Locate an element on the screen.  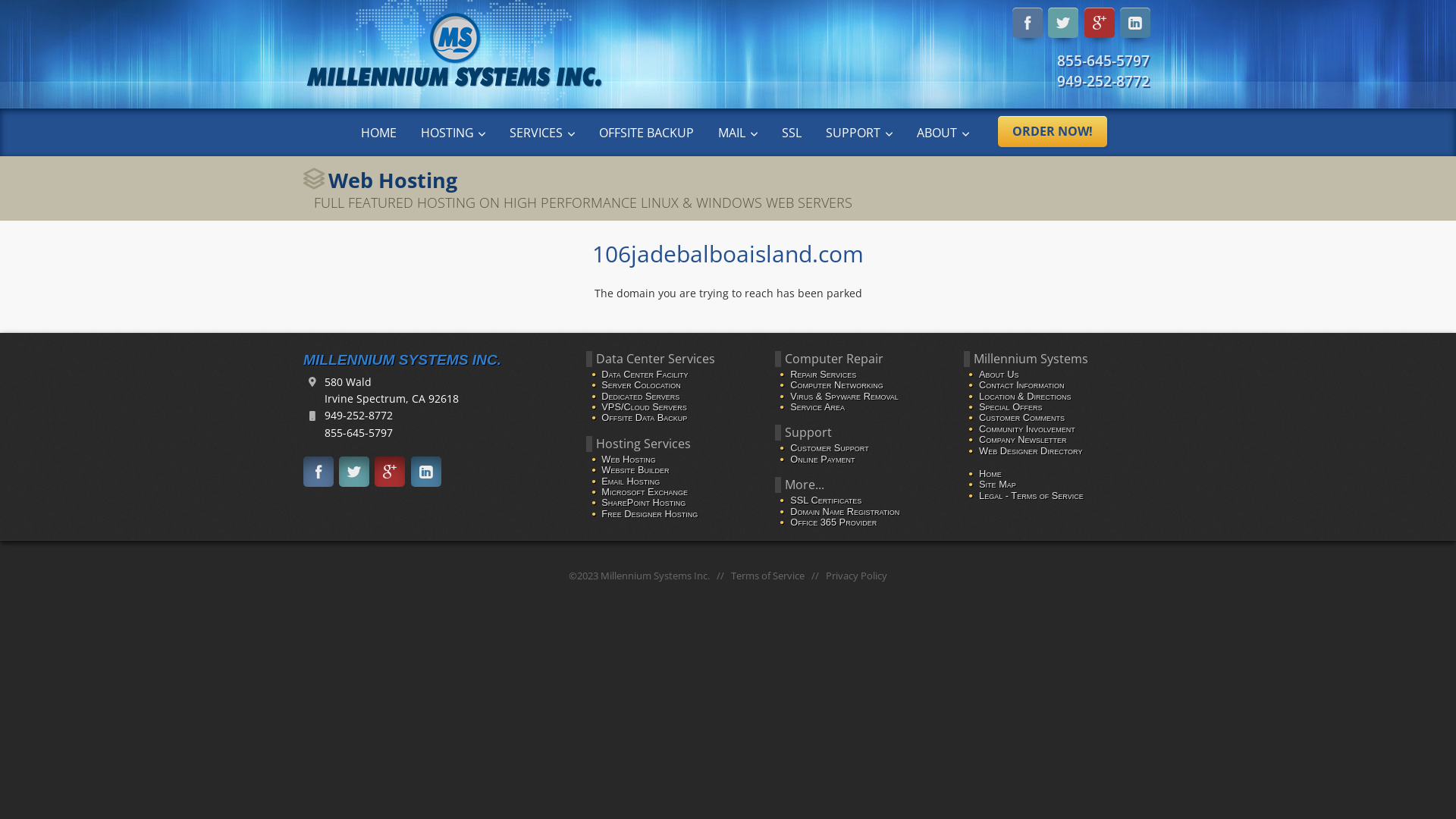
'Free Designer Hosting' is located at coordinates (649, 513).